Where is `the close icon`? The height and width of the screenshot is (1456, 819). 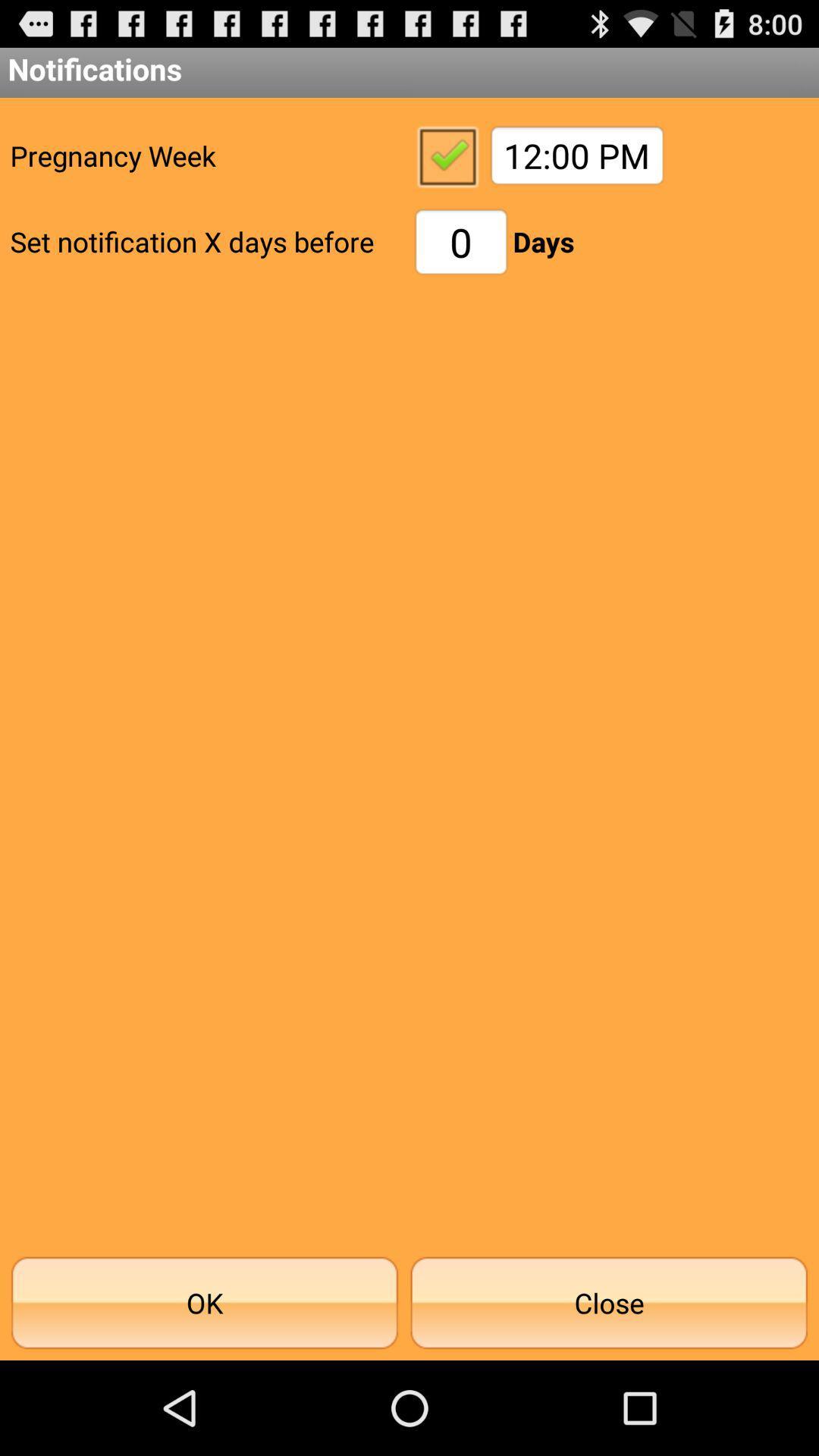 the close icon is located at coordinates (608, 1302).